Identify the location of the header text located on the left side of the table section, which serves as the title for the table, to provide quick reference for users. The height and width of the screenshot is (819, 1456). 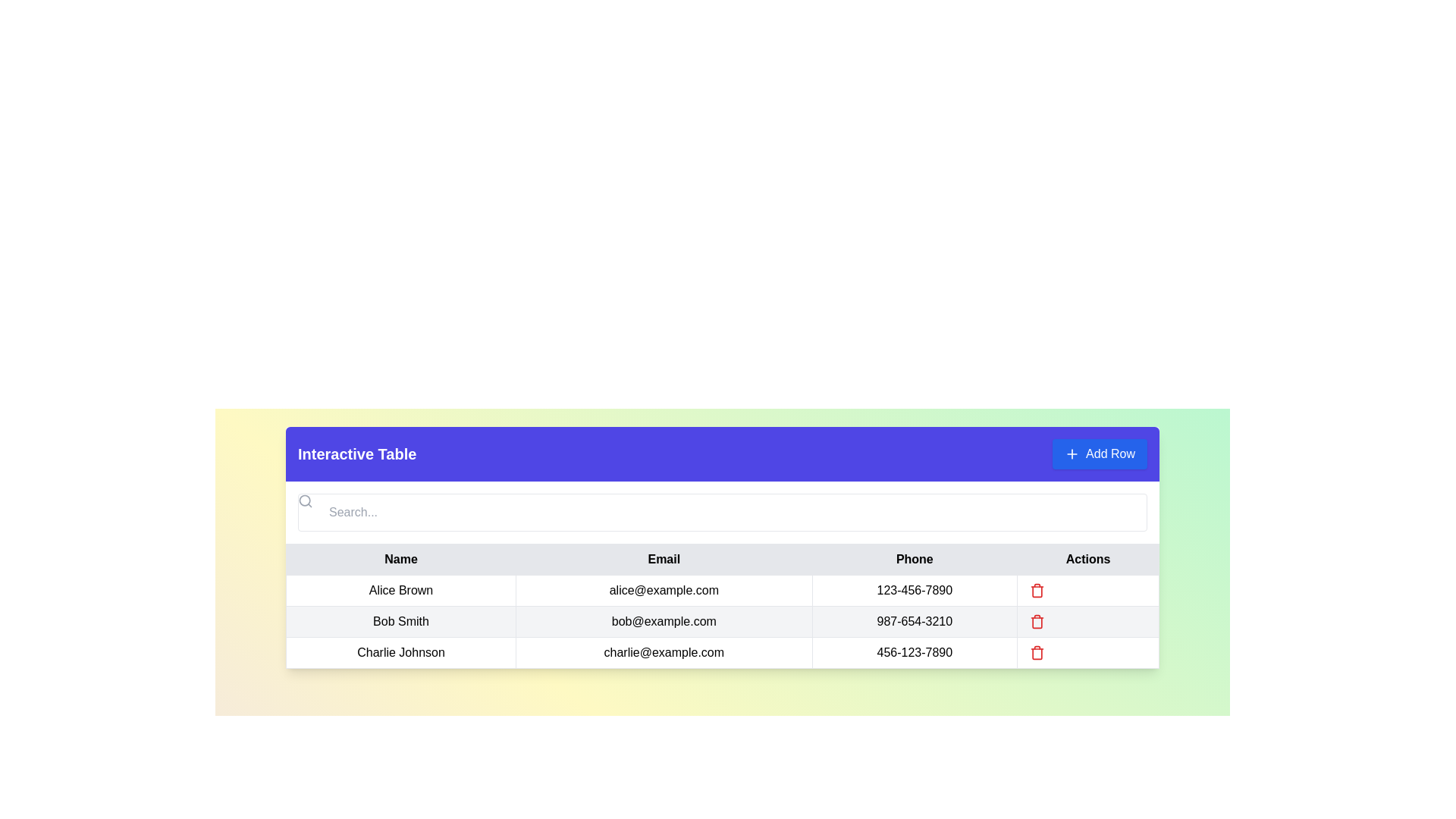
(356, 453).